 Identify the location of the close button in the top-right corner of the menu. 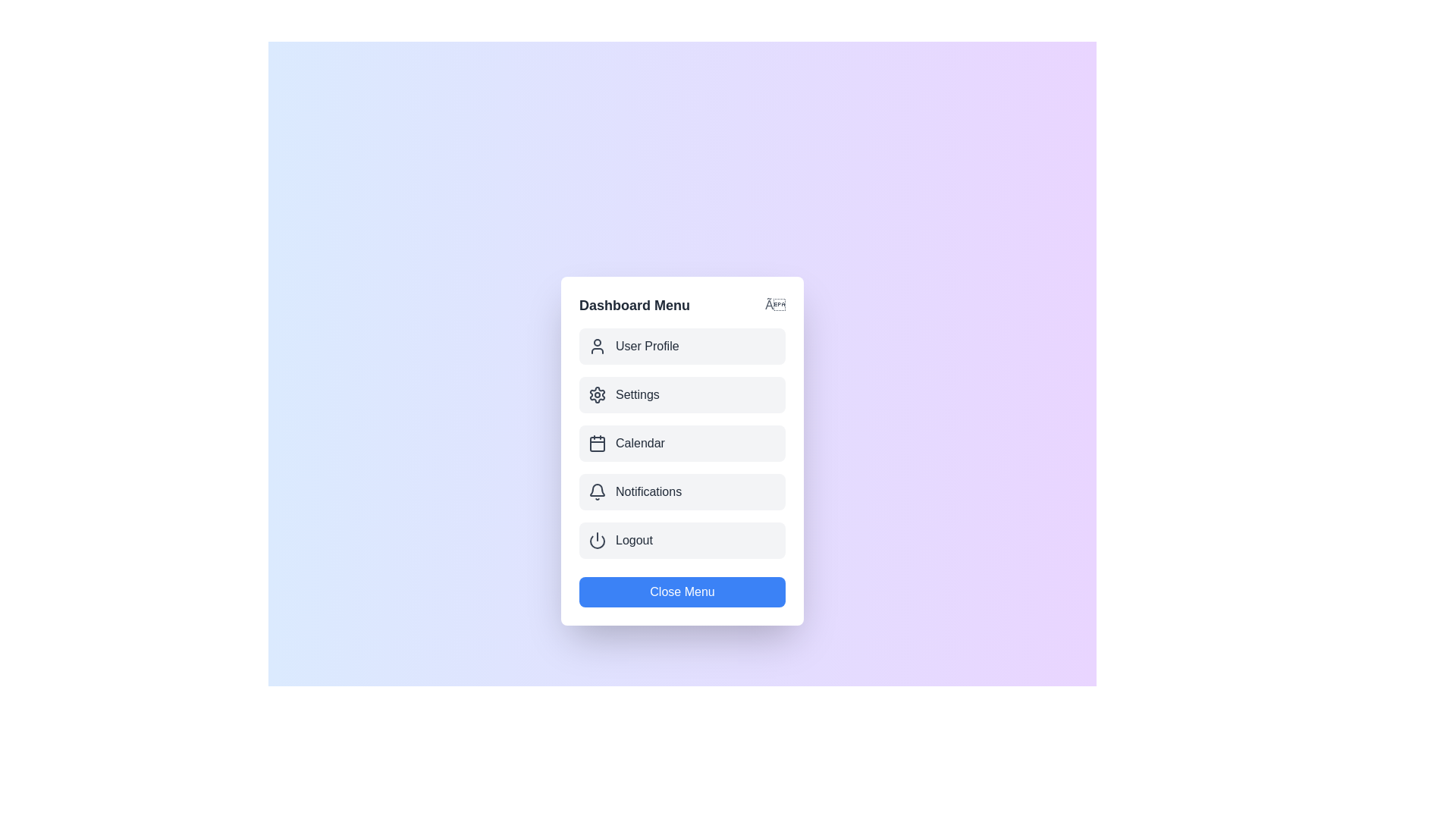
(775, 305).